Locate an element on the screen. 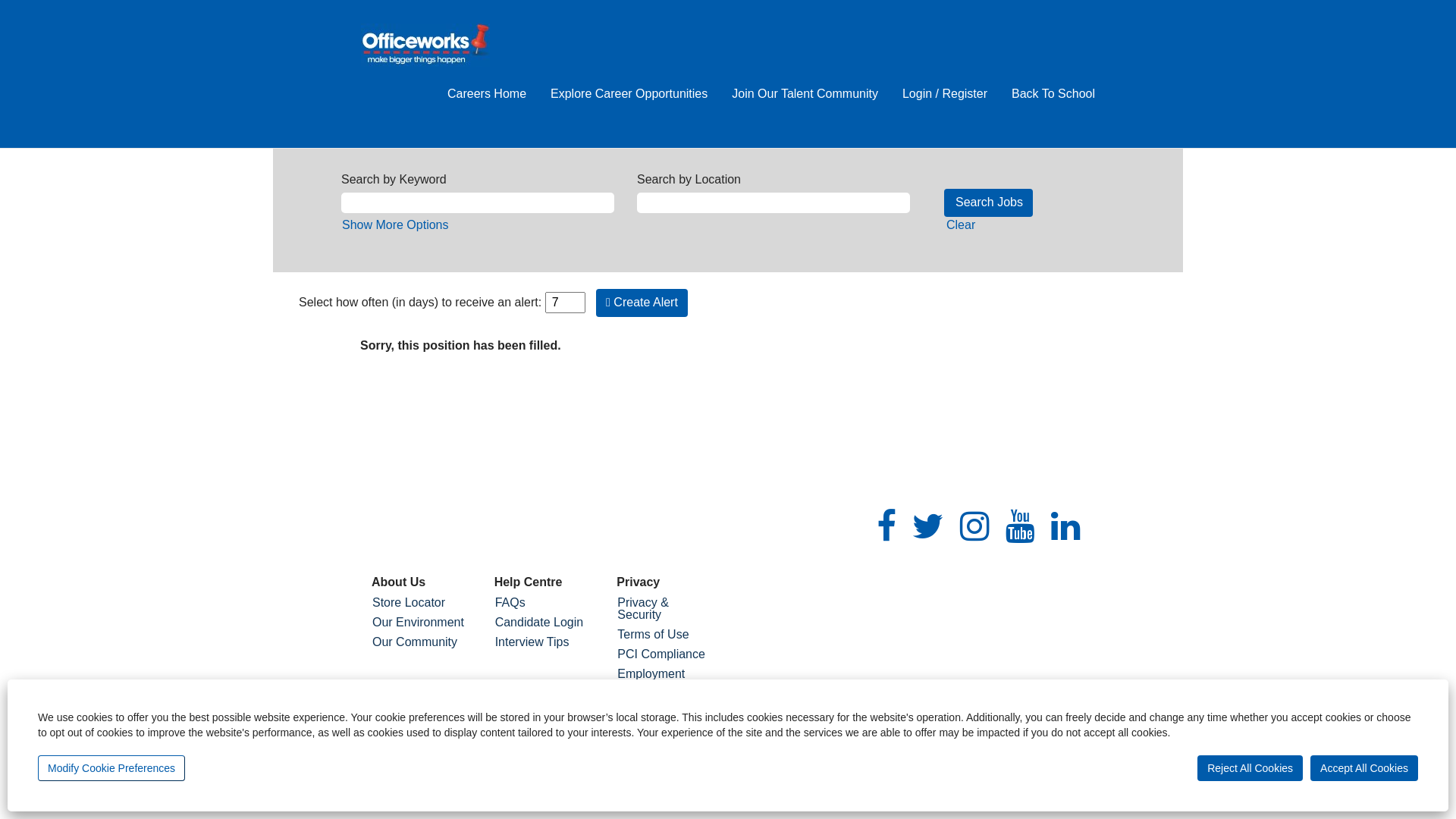 The image size is (1456, 819). 'twitter' is located at coordinates (927, 526).